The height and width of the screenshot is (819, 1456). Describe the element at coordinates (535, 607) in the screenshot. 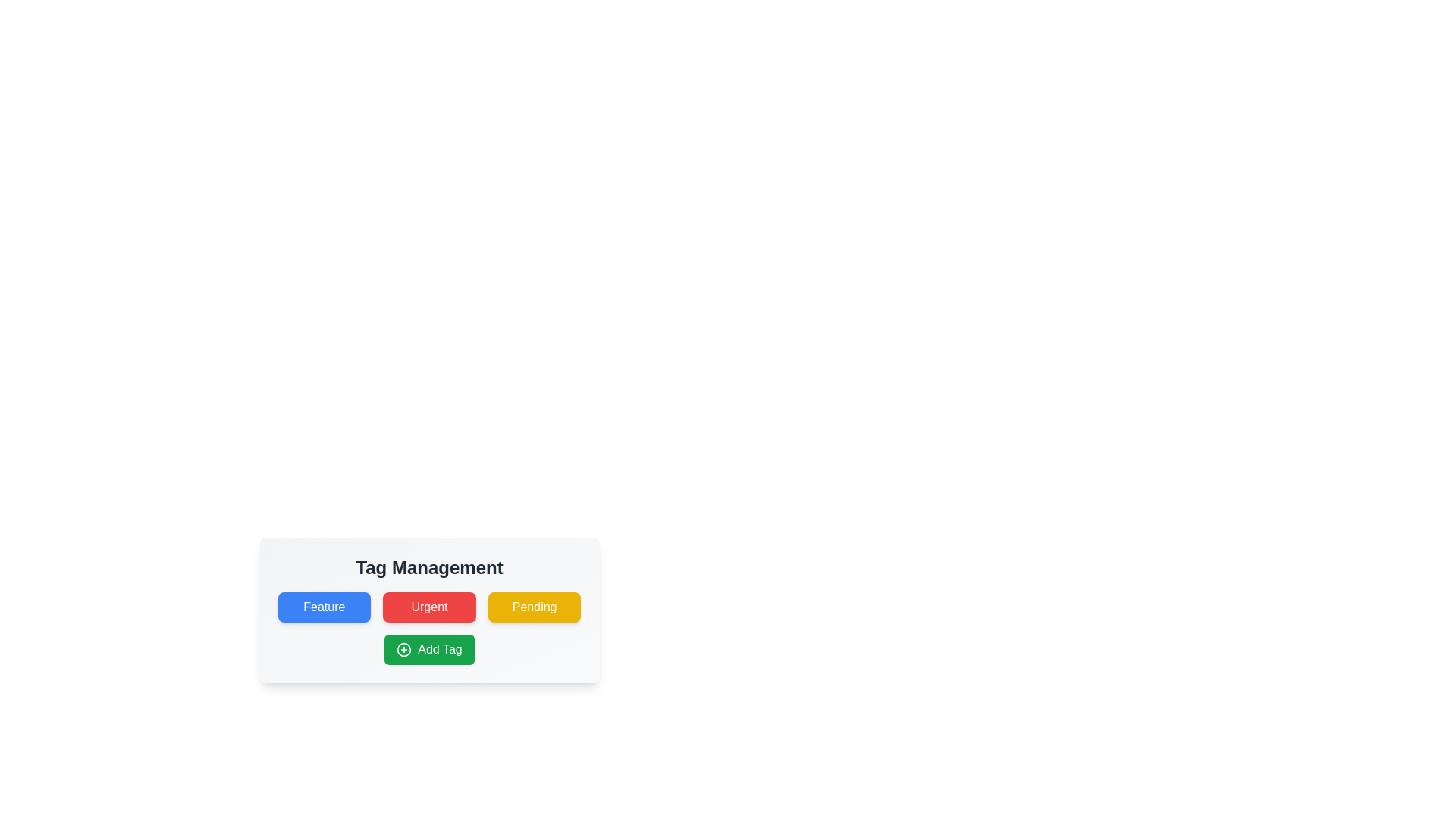

I see `the tag labeled Pending` at that location.